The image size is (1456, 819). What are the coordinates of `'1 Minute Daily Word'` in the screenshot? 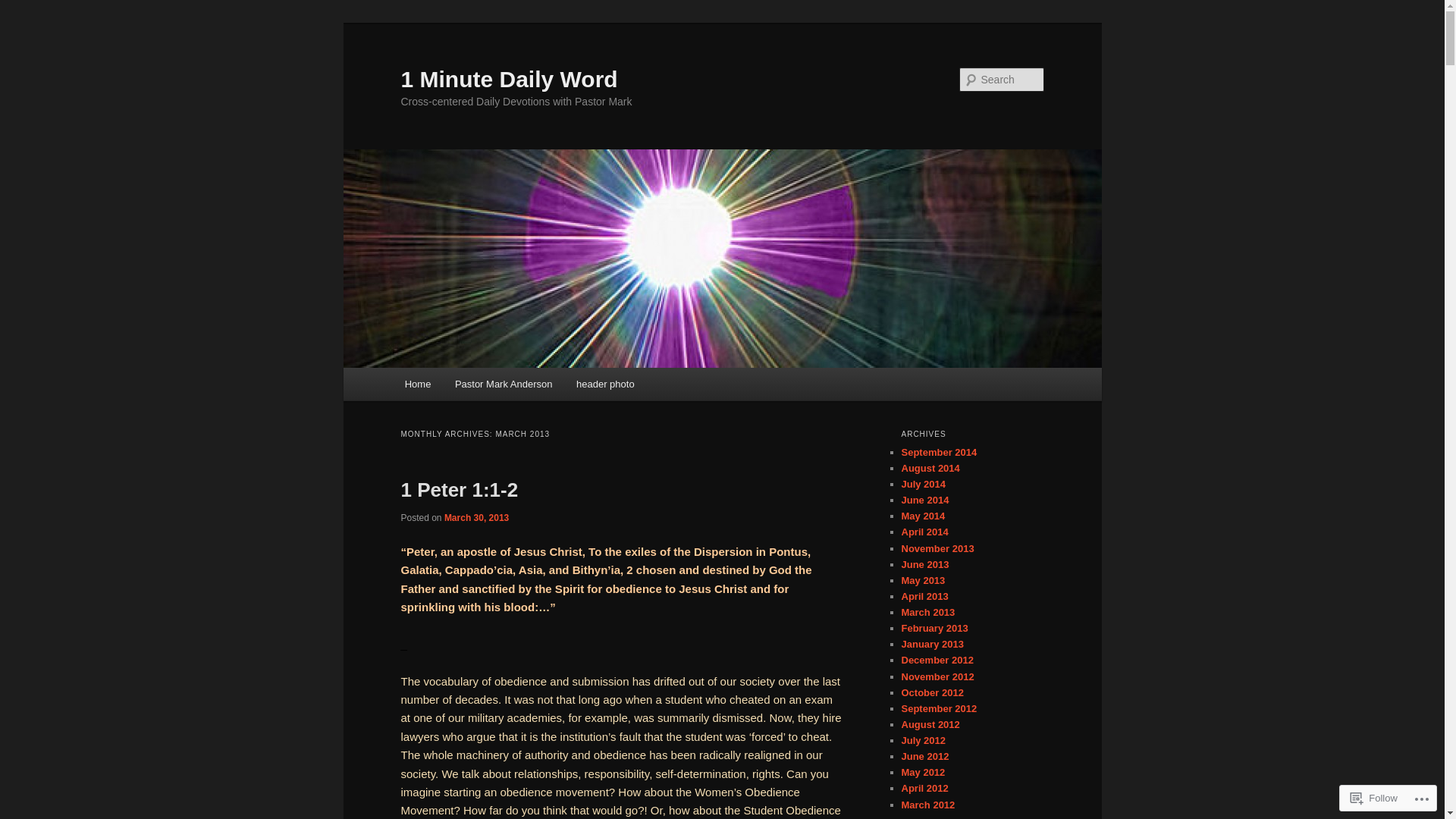 It's located at (509, 79).